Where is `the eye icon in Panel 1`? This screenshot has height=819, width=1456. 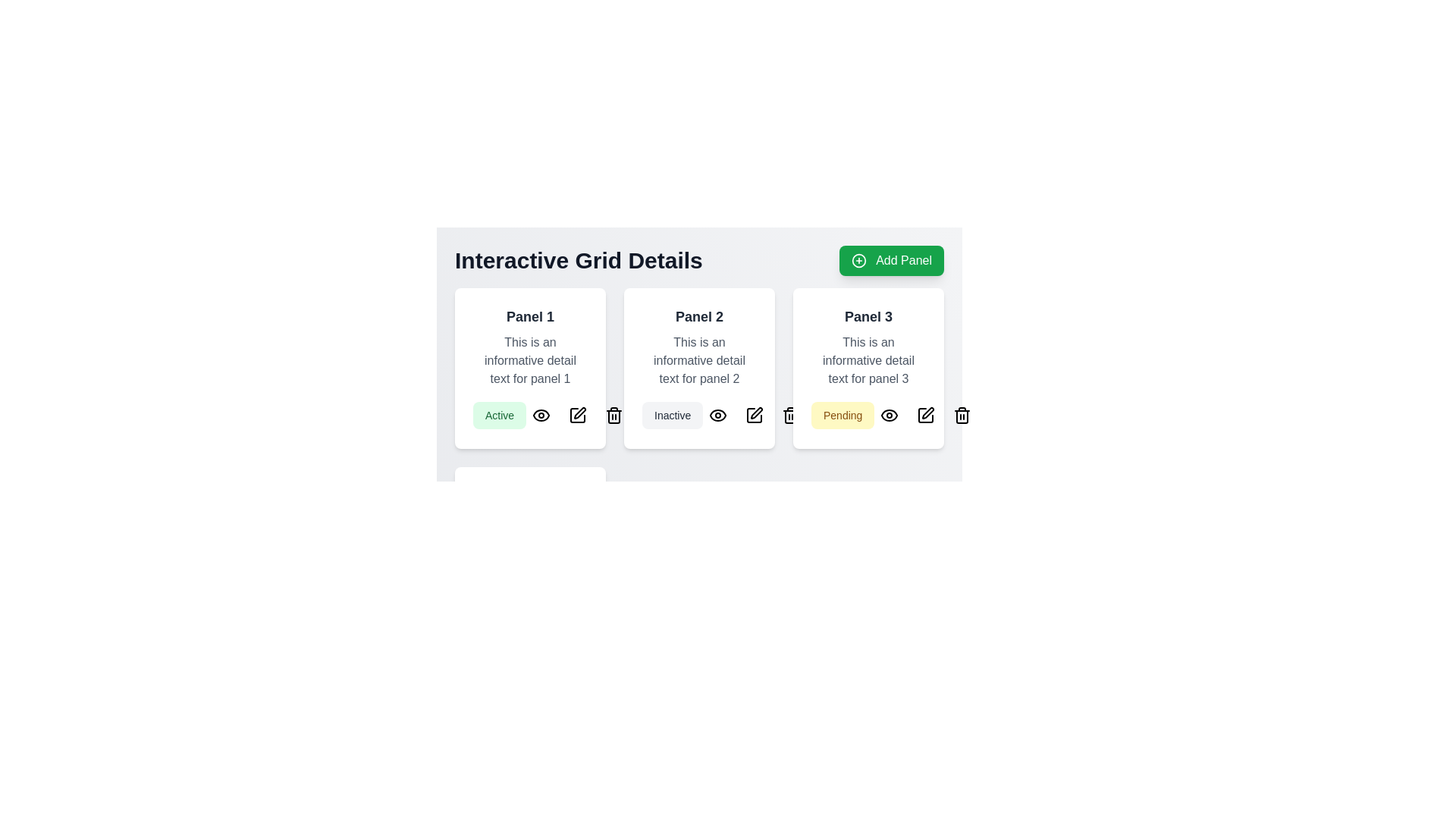 the eye icon in Panel 1 is located at coordinates (541, 415).